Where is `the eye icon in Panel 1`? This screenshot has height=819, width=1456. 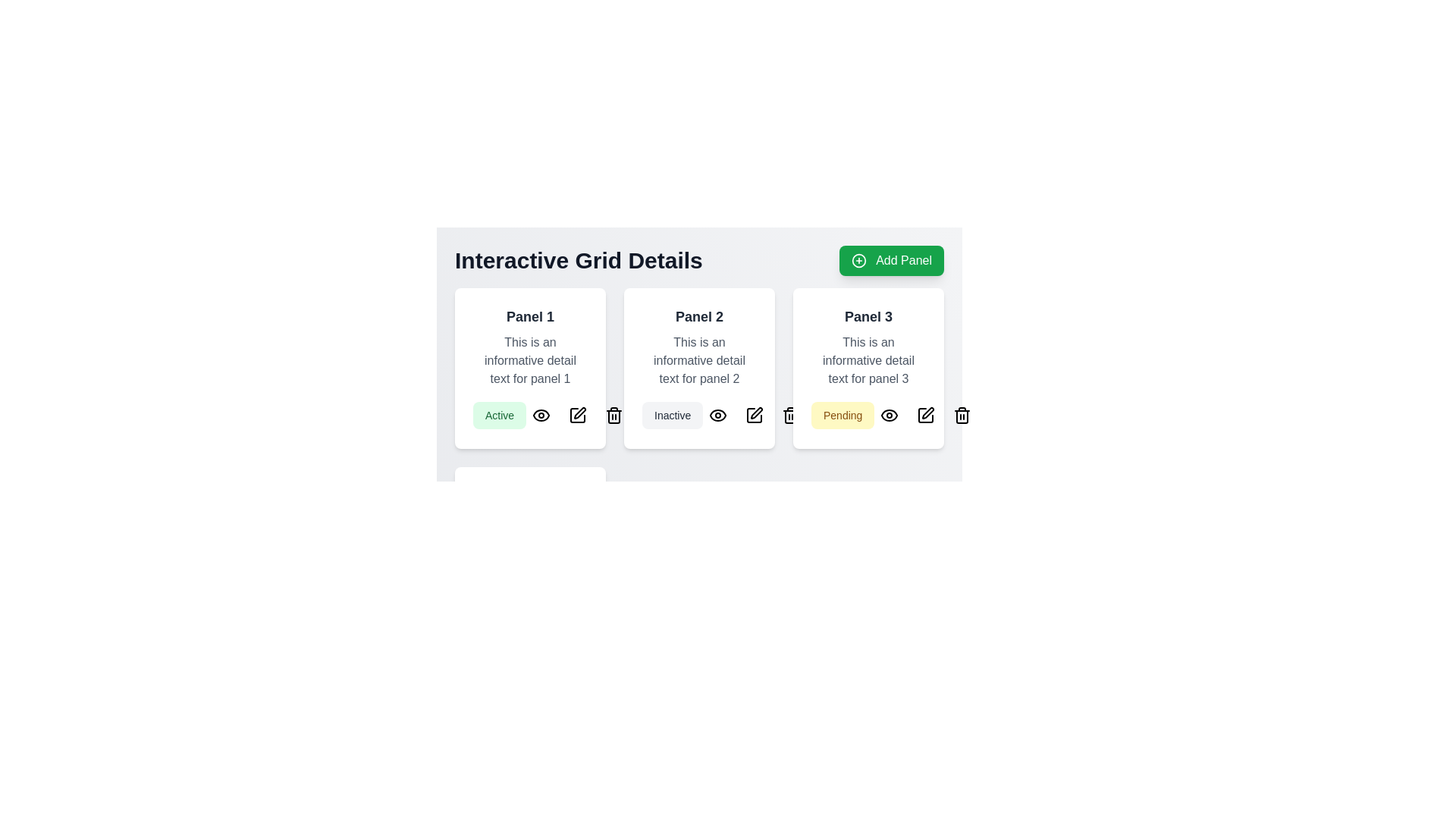 the eye icon in Panel 1 is located at coordinates (541, 415).